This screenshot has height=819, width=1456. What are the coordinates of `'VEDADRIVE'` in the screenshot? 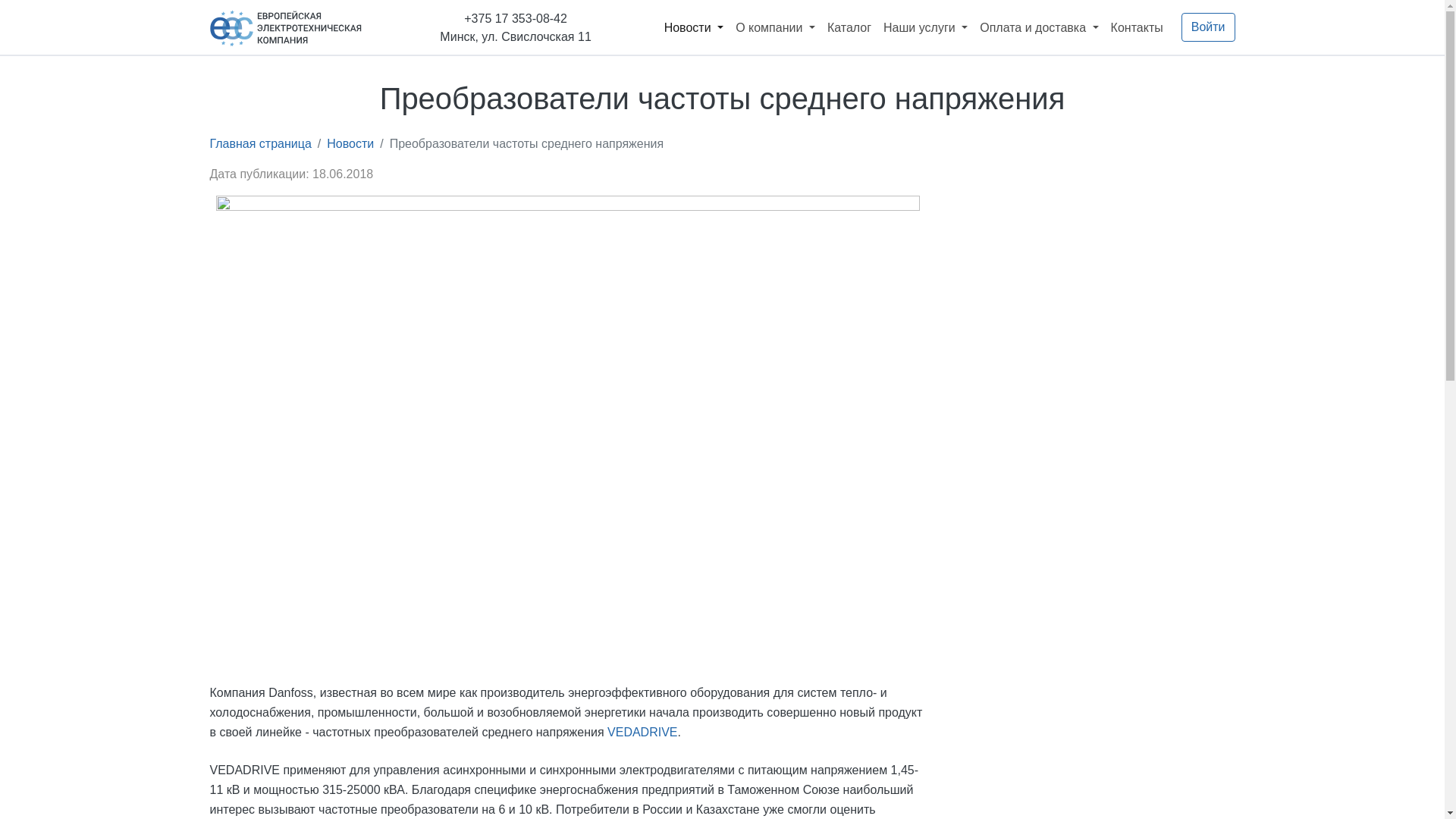 It's located at (607, 731).